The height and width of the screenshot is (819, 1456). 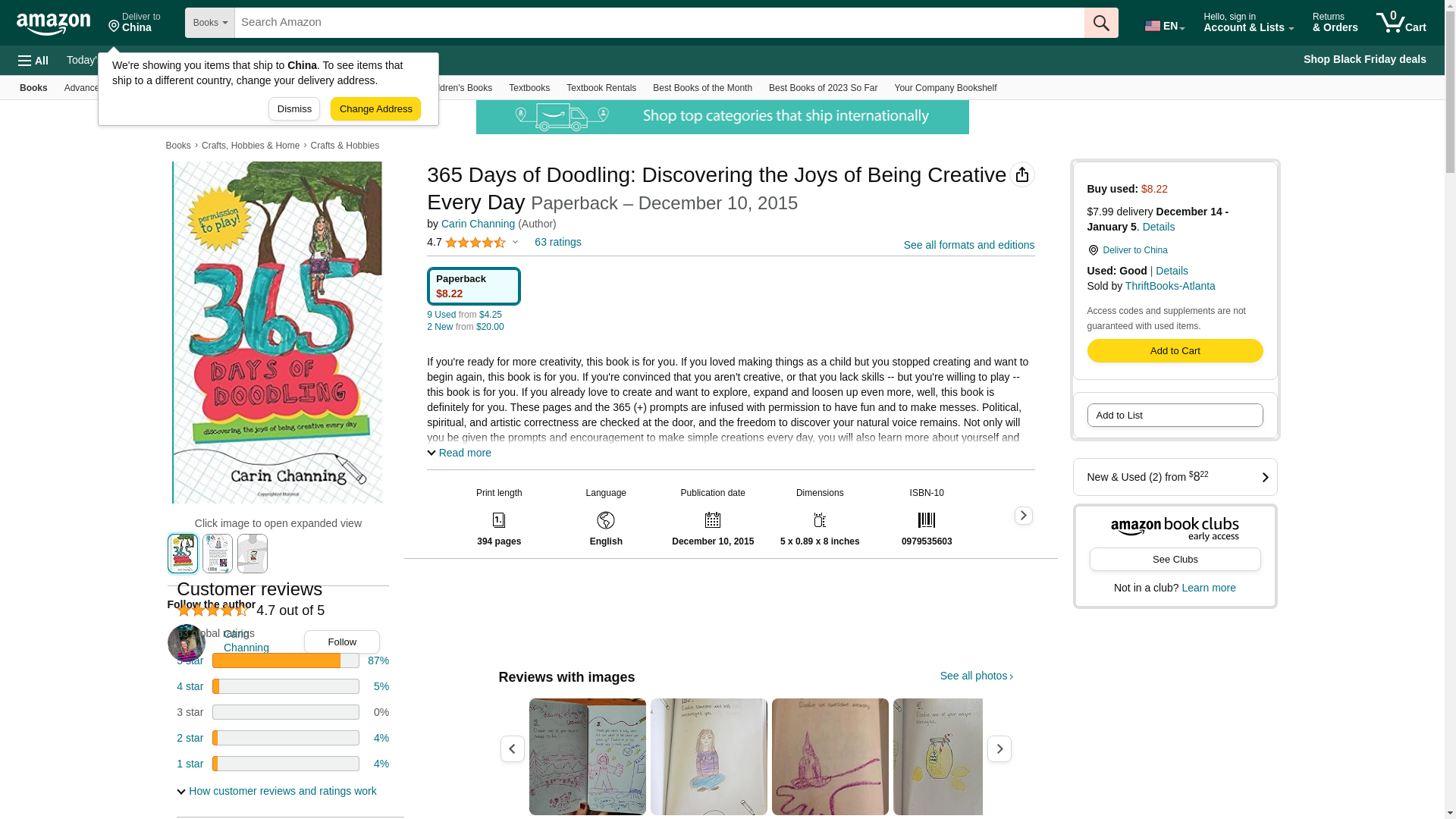 What do you see at coordinates (189, 736) in the screenshot?
I see `'2 star'` at bounding box center [189, 736].